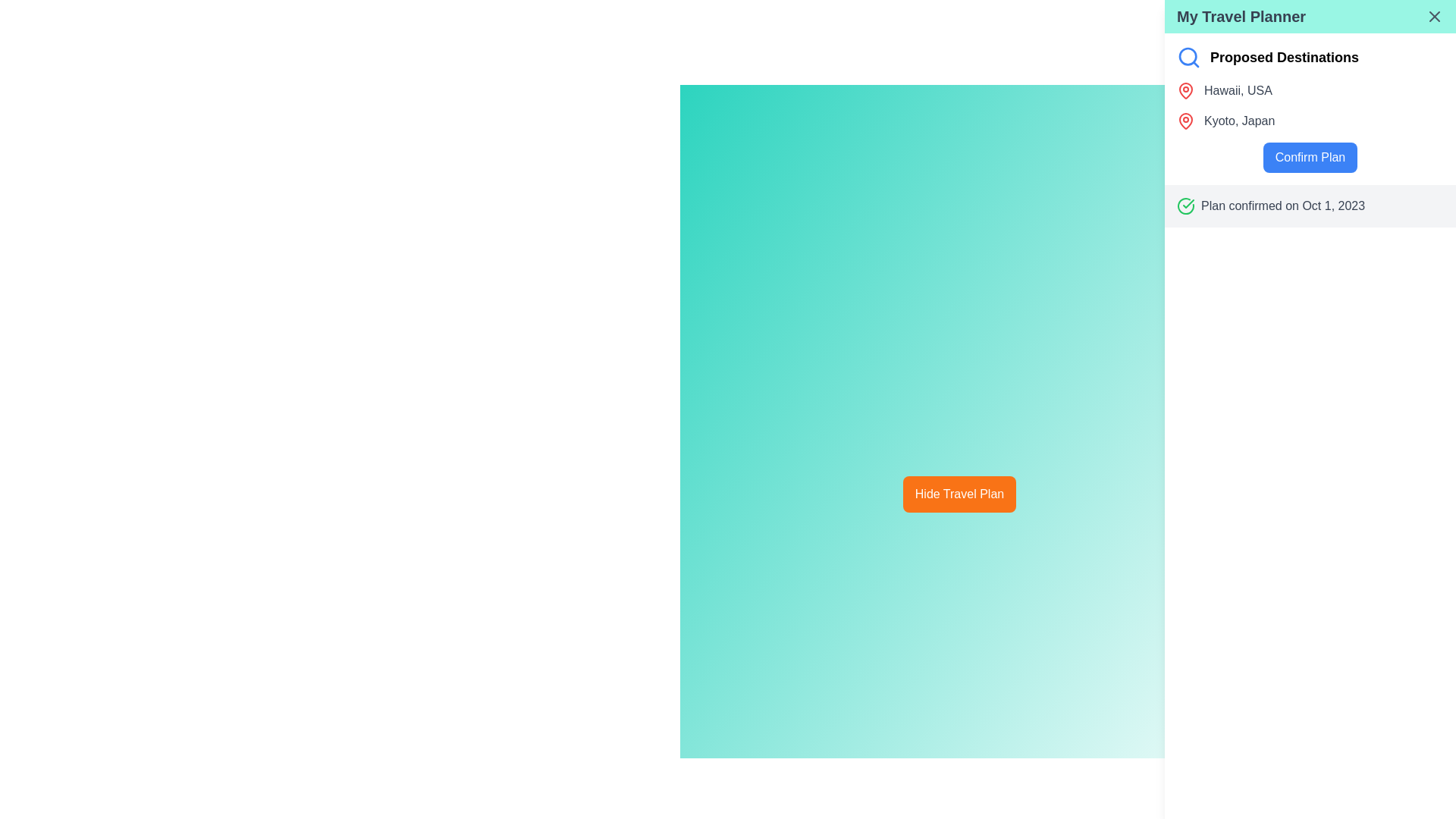 The height and width of the screenshot is (819, 1456). I want to click on the circular graphic/icon representing the search function in the 'My Travel Planner' section for accessibility purposes, so click(1187, 55).